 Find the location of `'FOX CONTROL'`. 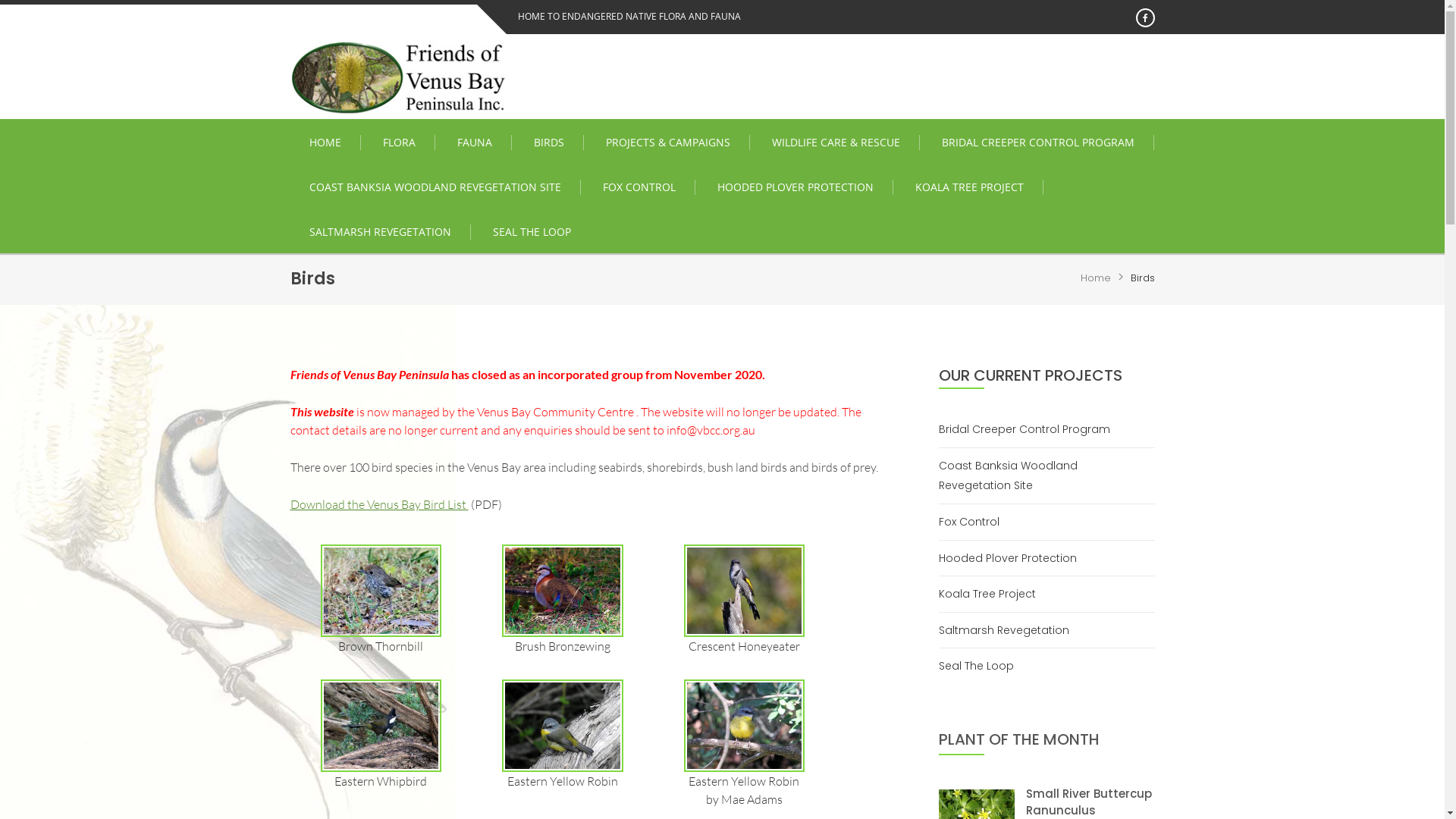

'FOX CONTROL' is located at coordinates (639, 186).